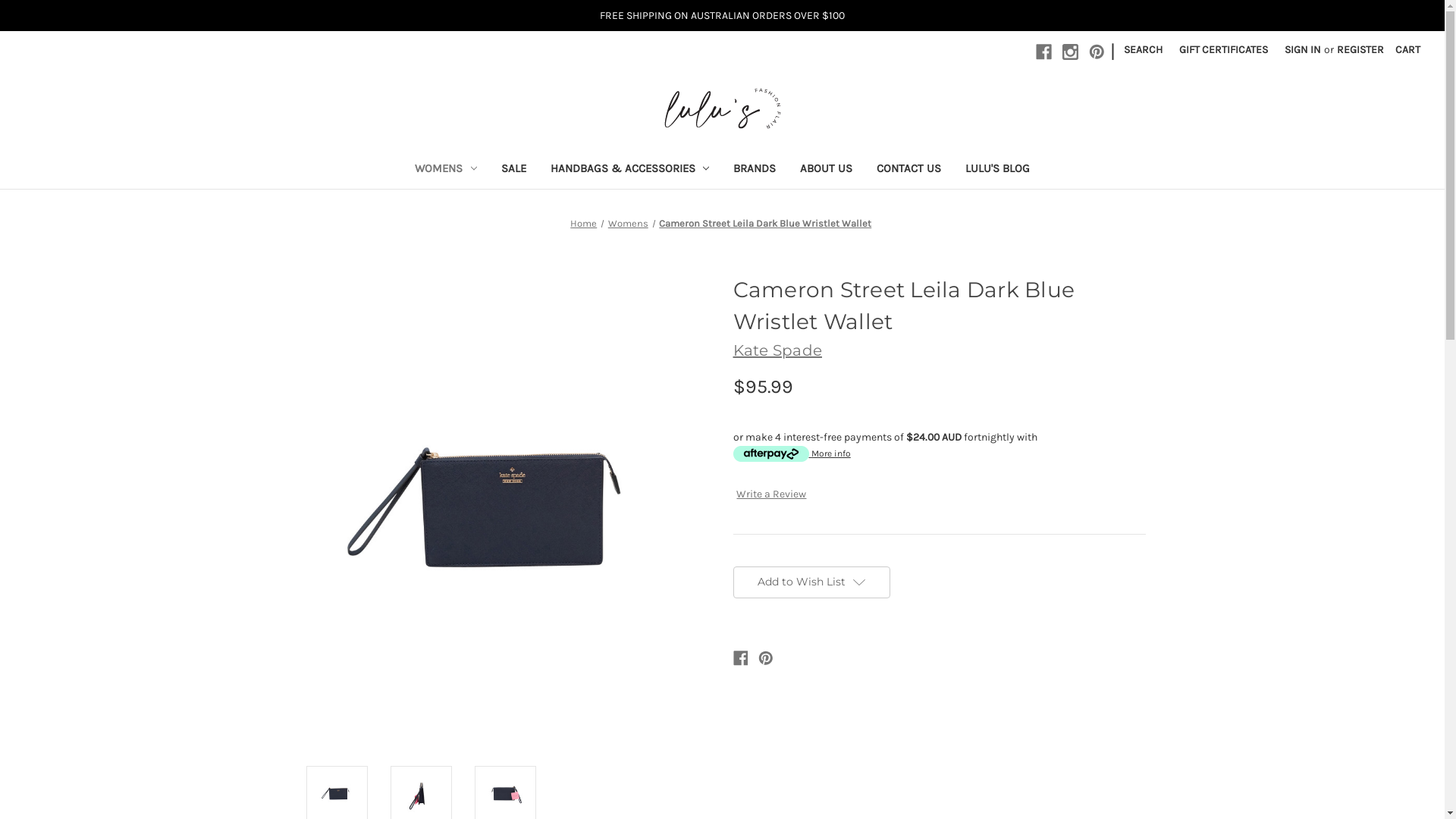  I want to click on 'SEARCH', so click(1143, 49).